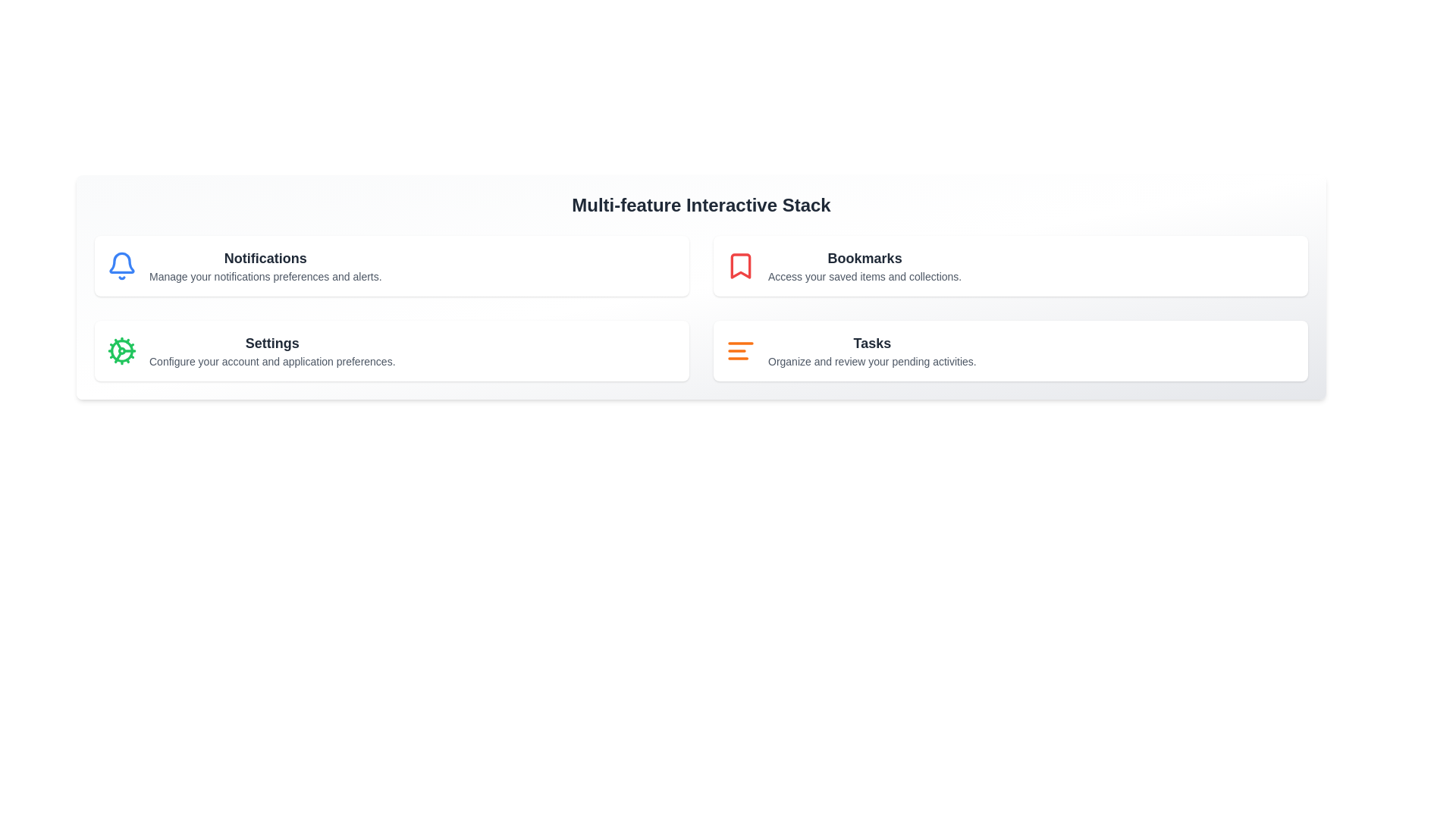 The width and height of the screenshot is (1456, 819). I want to click on the static text block labeled 'Notifications', which includes descriptive text about managing notification preferences and alerts, located in the top-left section of the layout, so click(265, 265).